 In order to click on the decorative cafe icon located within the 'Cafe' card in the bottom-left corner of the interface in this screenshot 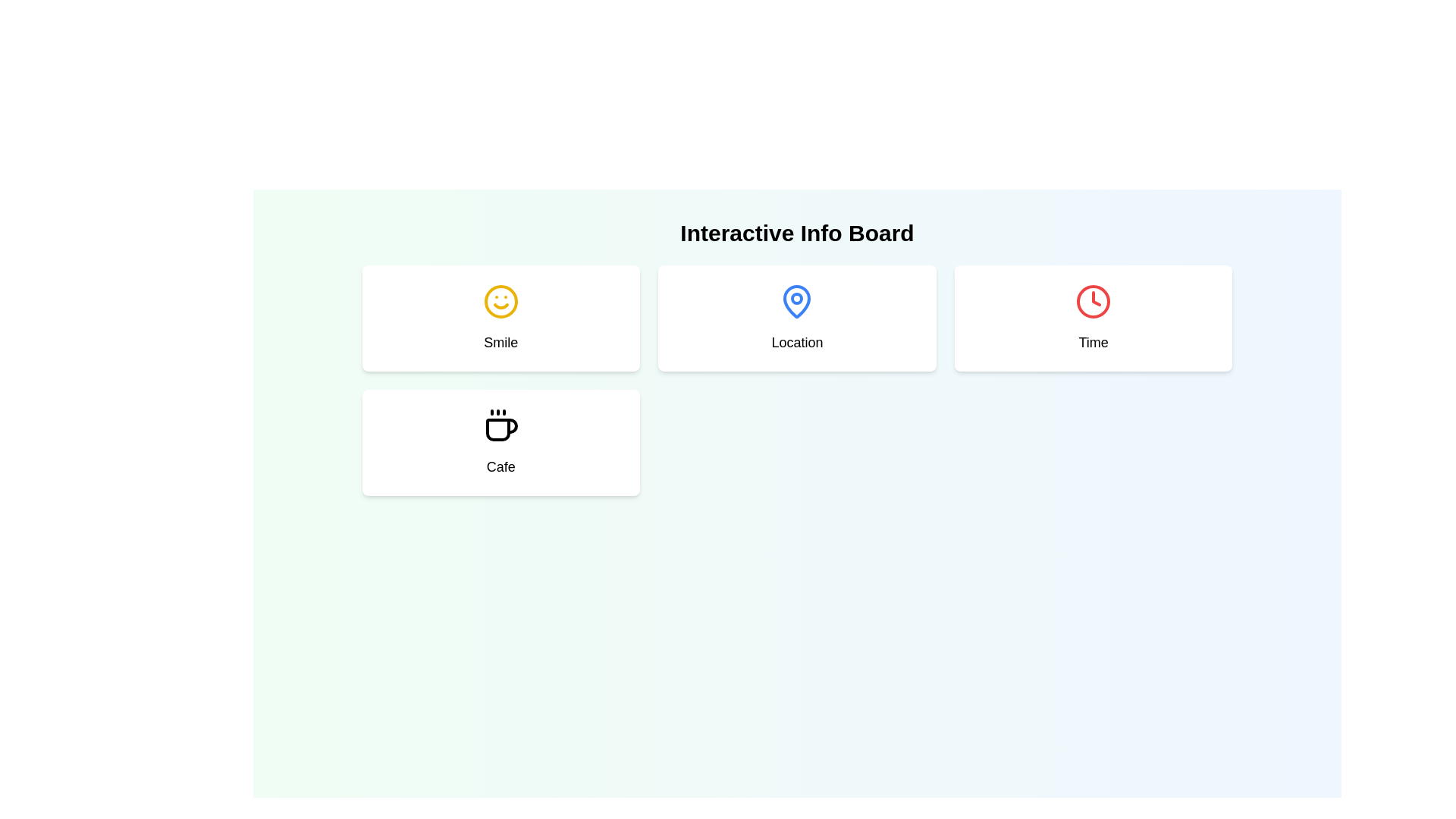, I will do `click(500, 426)`.